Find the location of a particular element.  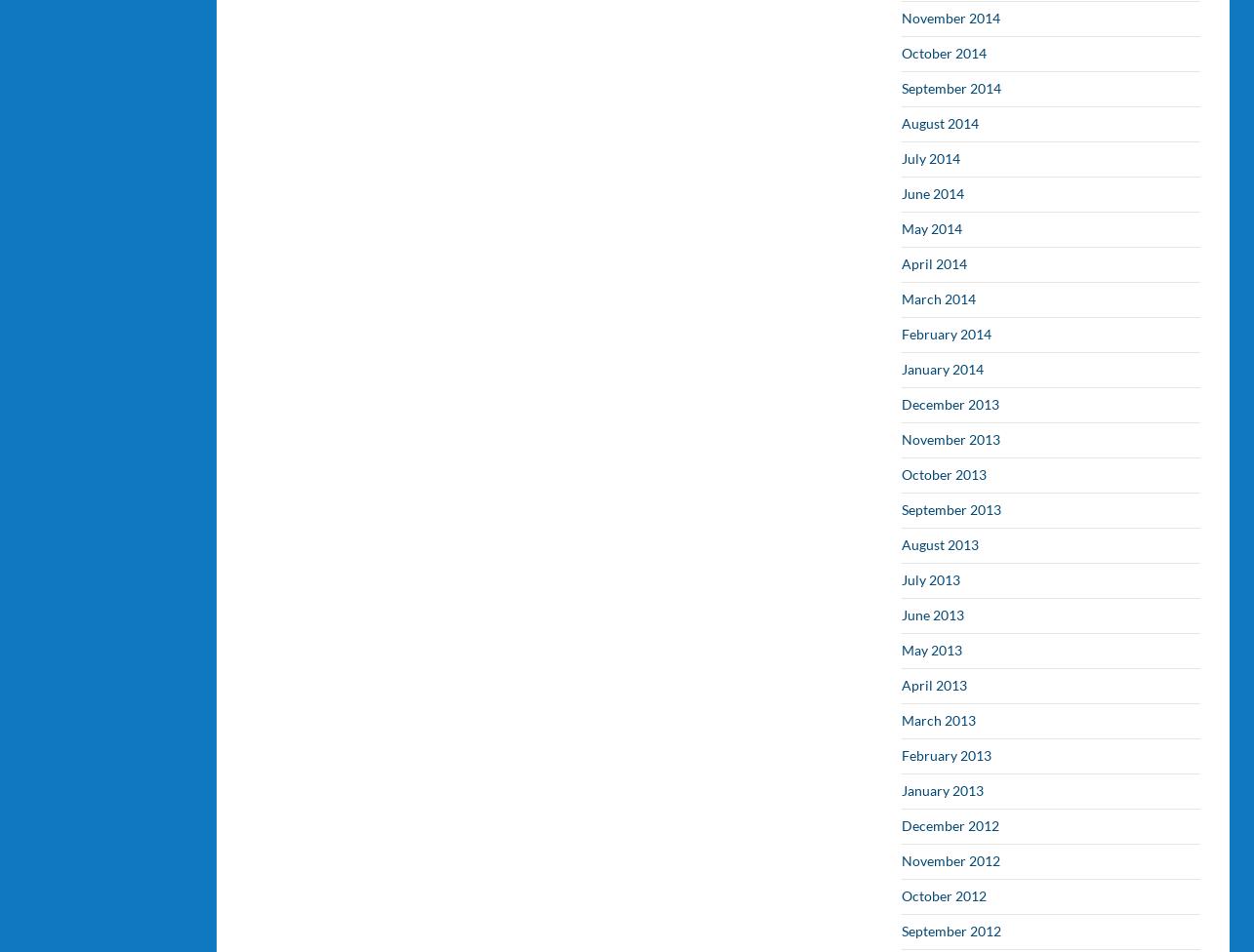

'March 2013' is located at coordinates (938, 720).